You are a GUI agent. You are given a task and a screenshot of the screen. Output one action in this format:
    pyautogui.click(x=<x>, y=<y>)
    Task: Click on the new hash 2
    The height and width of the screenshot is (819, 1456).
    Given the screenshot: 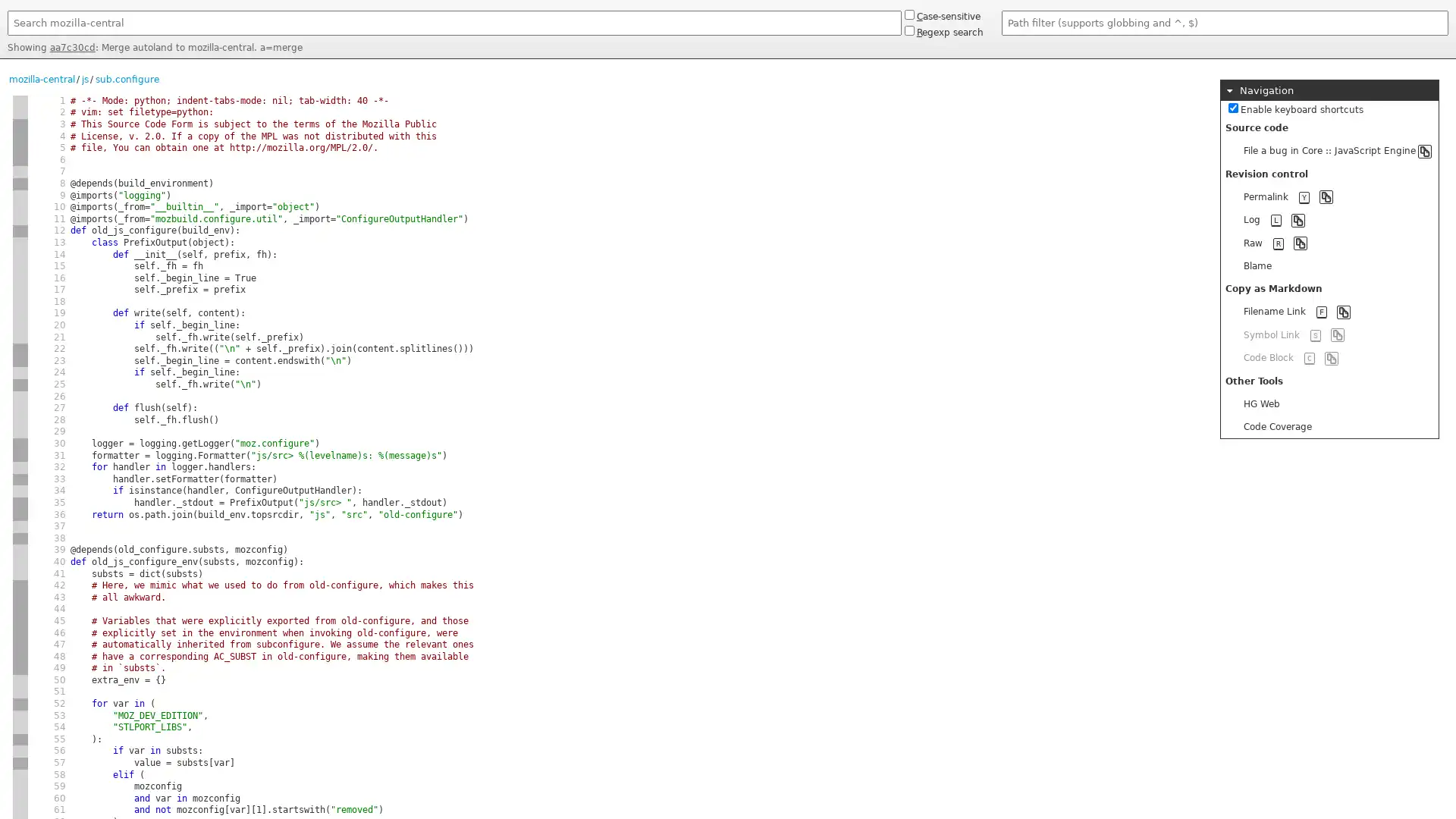 What is the action you would take?
    pyautogui.click(x=20, y=585)
    